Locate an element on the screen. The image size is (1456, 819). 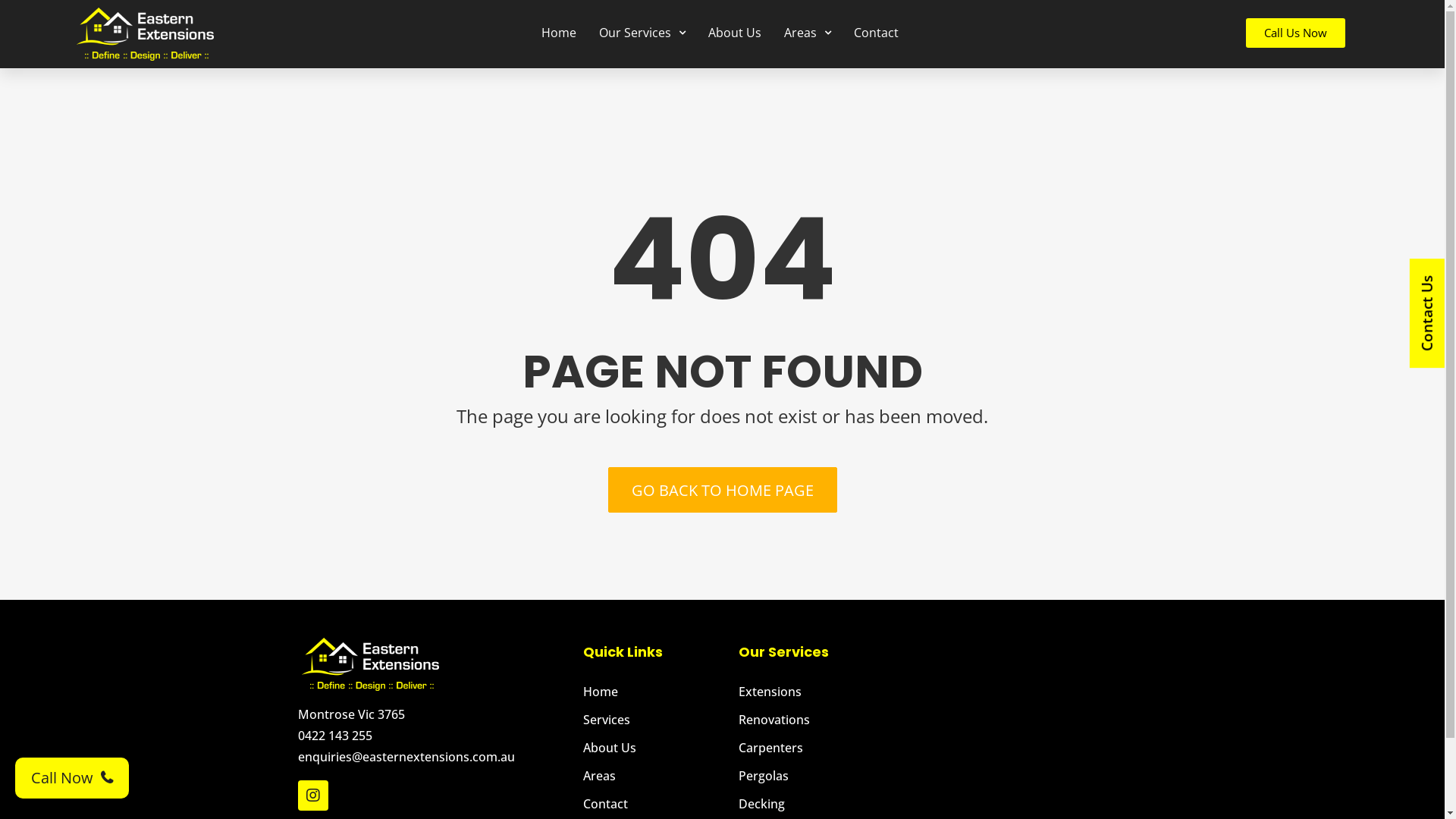
'Home' is located at coordinates (653, 691).